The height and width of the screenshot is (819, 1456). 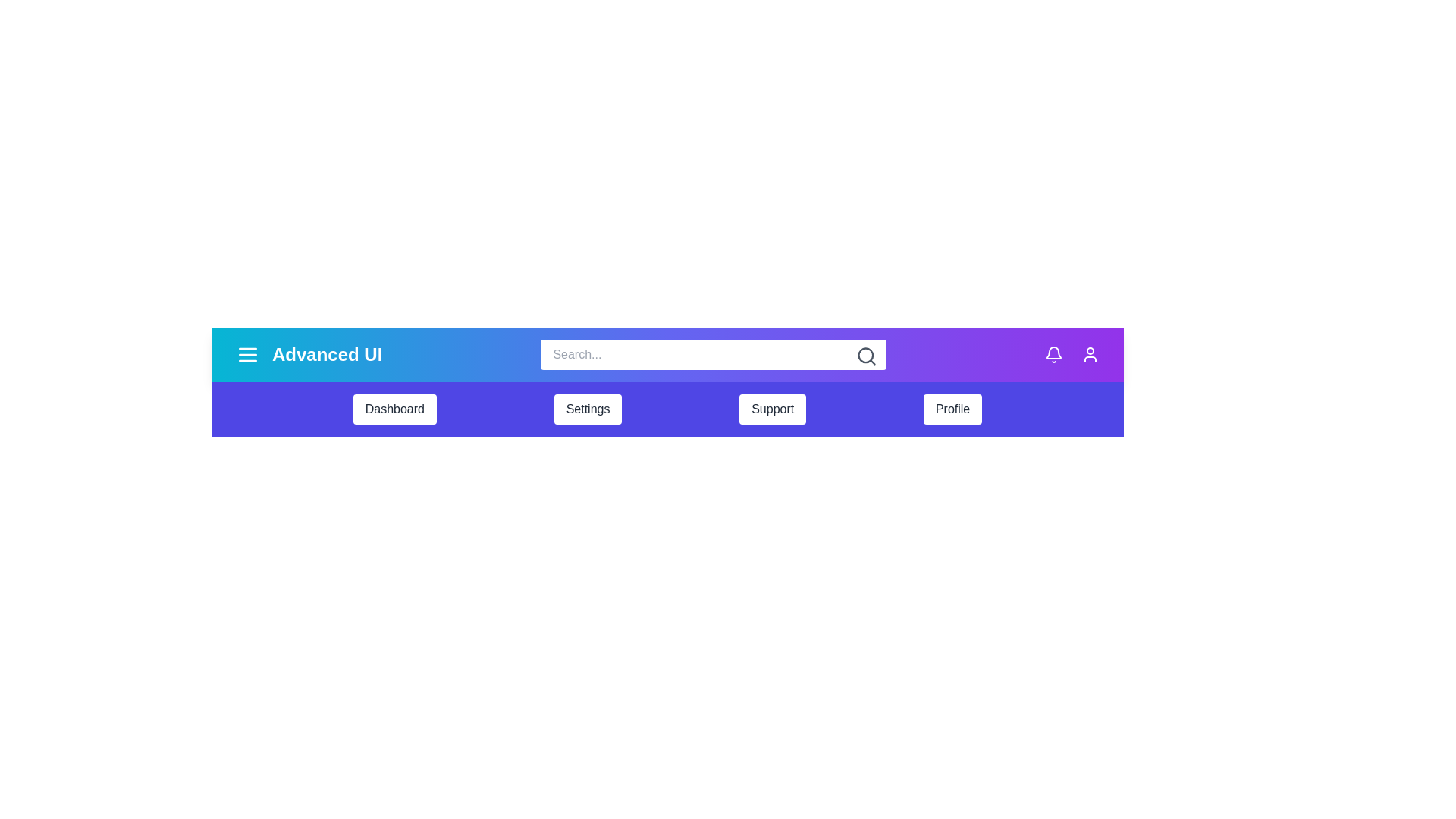 I want to click on the navigation item Support, so click(x=773, y=409).